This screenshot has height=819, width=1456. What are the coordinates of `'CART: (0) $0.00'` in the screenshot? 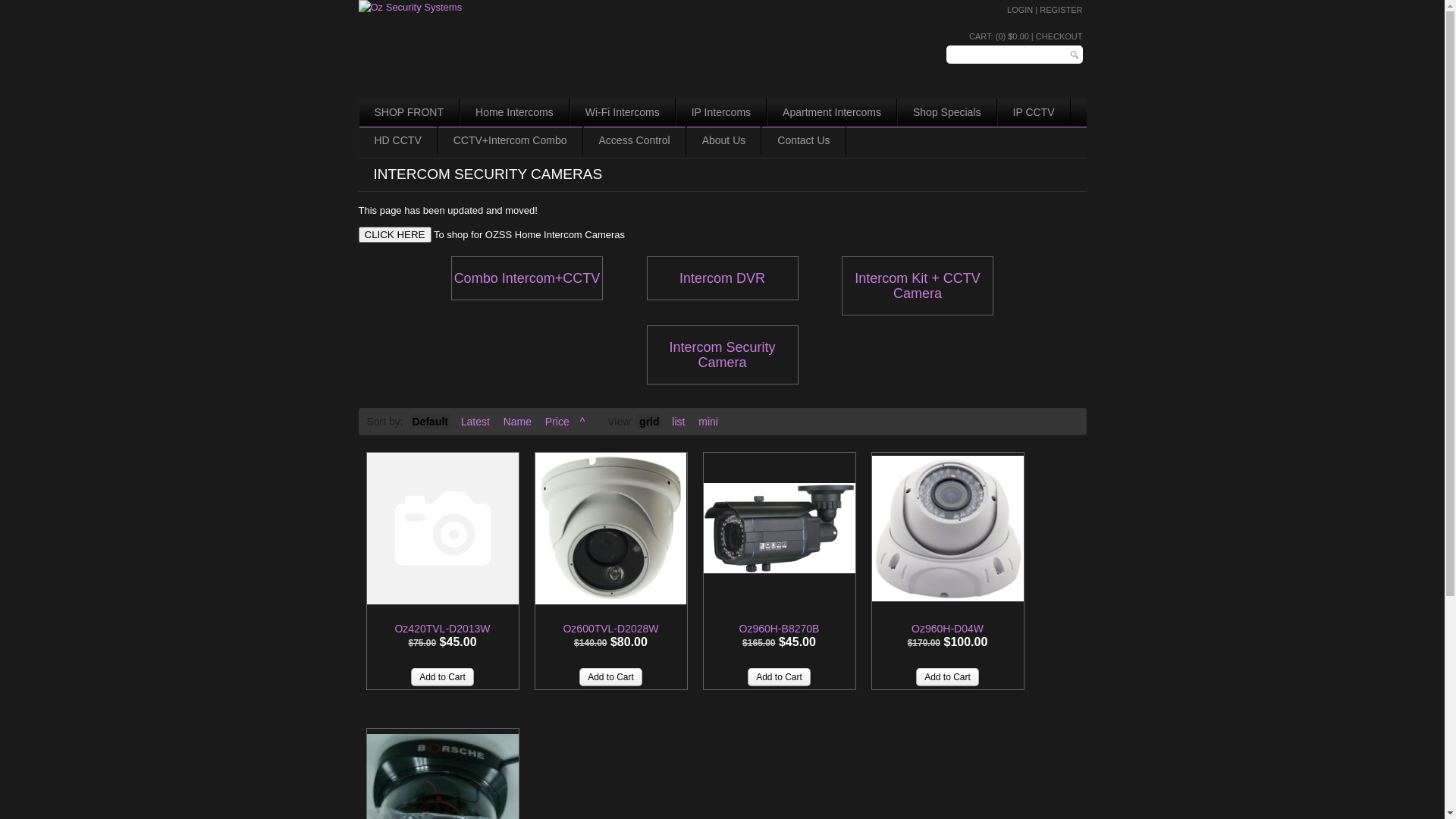 It's located at (999, 35).